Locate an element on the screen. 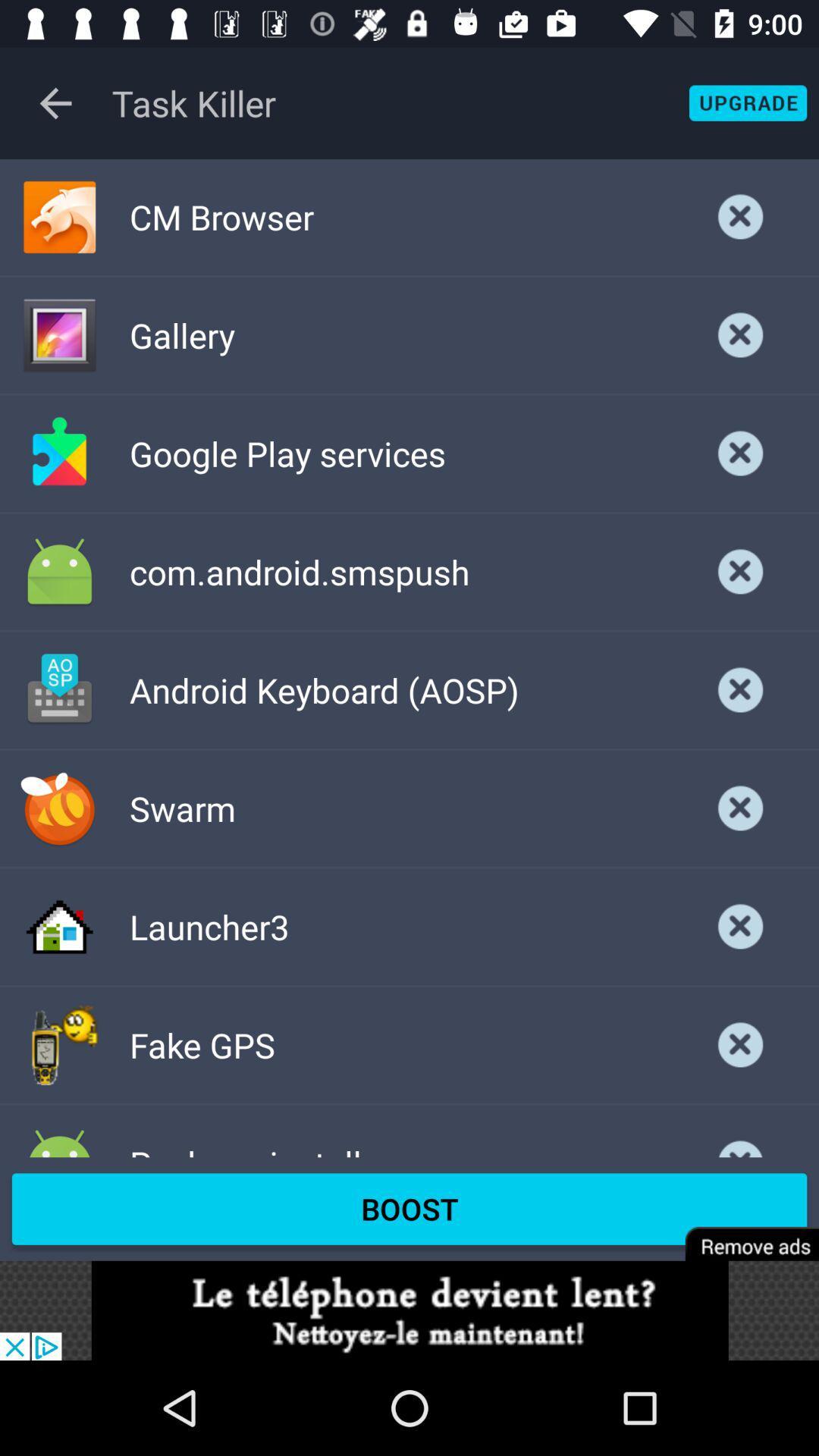 Image resolution: width=819 pixels, height=1456 pixels. launch advertisement is located at coordinates (409, 1310).